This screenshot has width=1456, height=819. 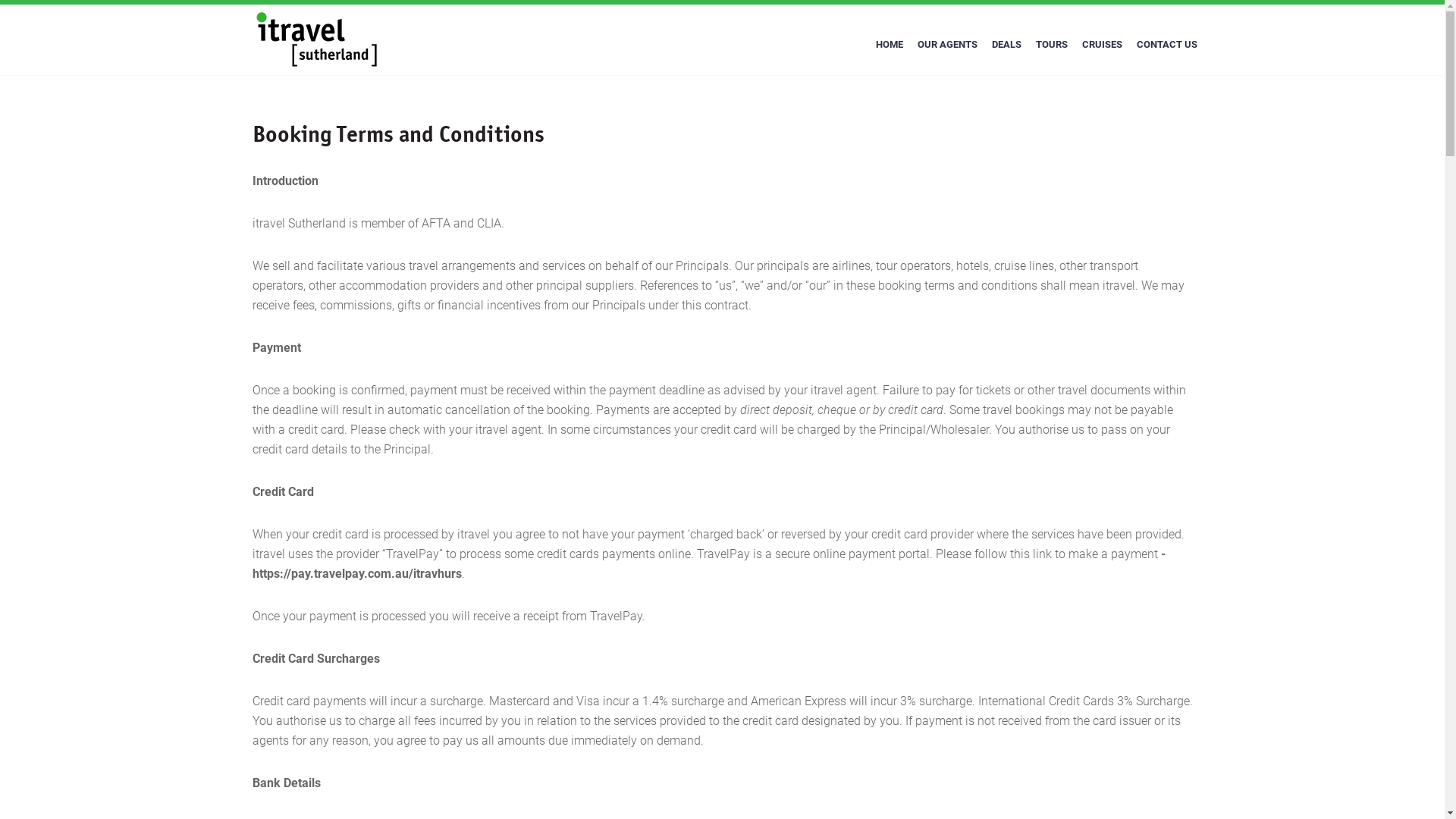 What do you see at coordinates (1074, 43) in the screenshot?
I see `'CRUISES'` at bounding box center [1074, 43].